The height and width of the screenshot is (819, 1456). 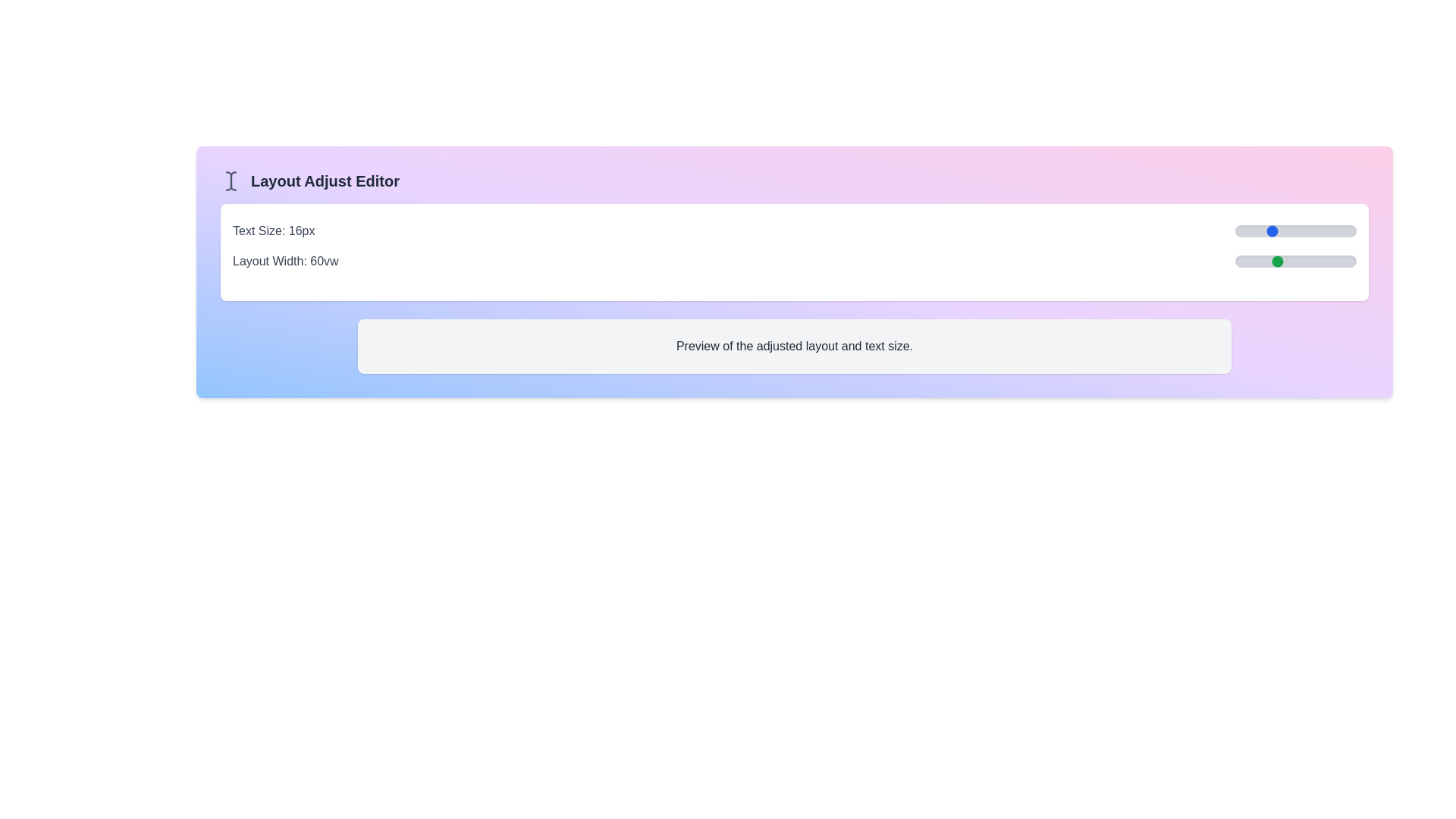 What do you see at coordinates (1235, 231) in the screenshot?
I see `the text size` at bounding box center [1235, 231].